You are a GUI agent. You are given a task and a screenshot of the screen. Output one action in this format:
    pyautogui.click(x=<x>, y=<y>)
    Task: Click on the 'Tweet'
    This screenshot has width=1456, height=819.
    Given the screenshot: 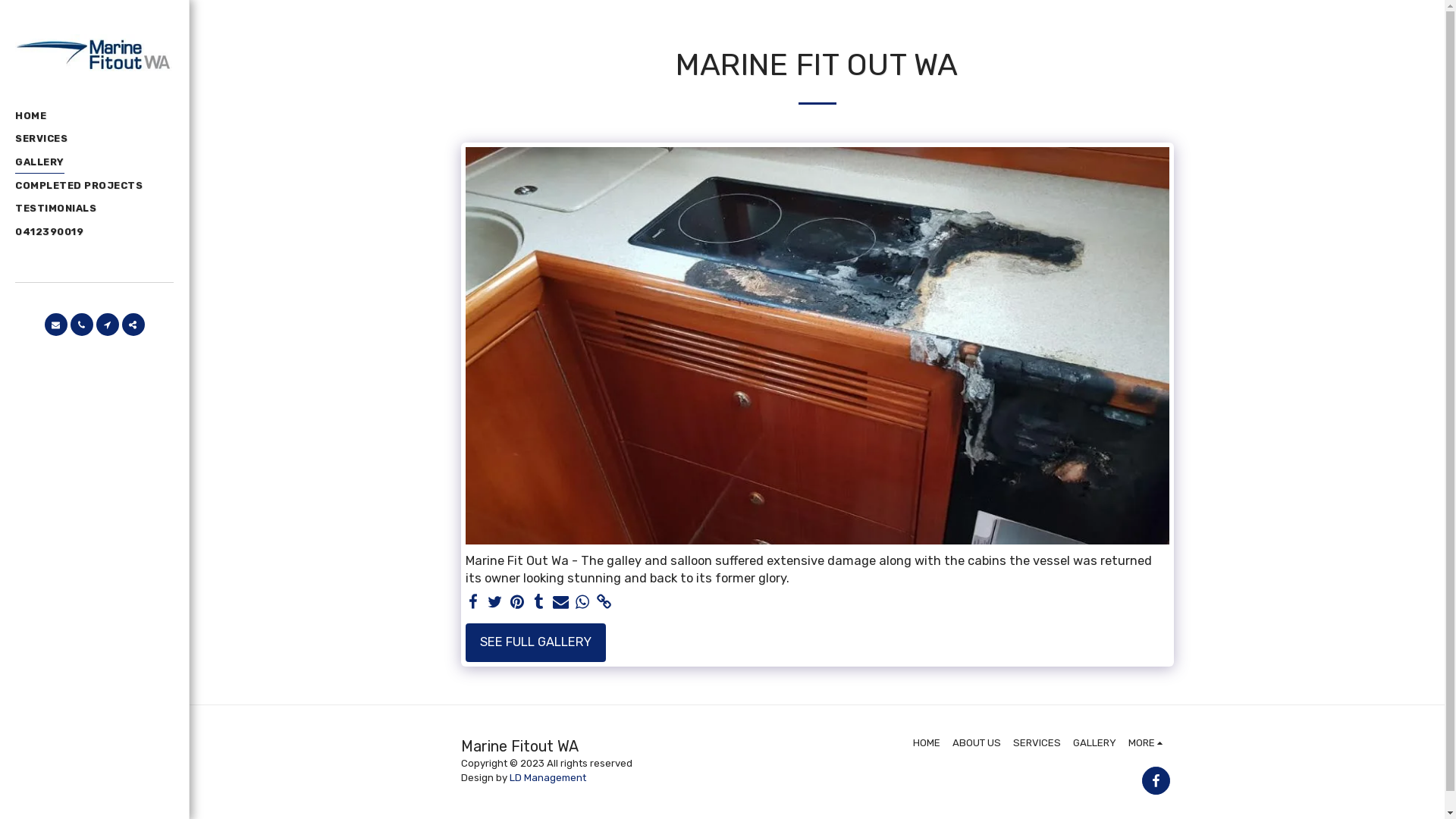 What is the action you would take?
    pyautogui.click(x=494, y=601)
    